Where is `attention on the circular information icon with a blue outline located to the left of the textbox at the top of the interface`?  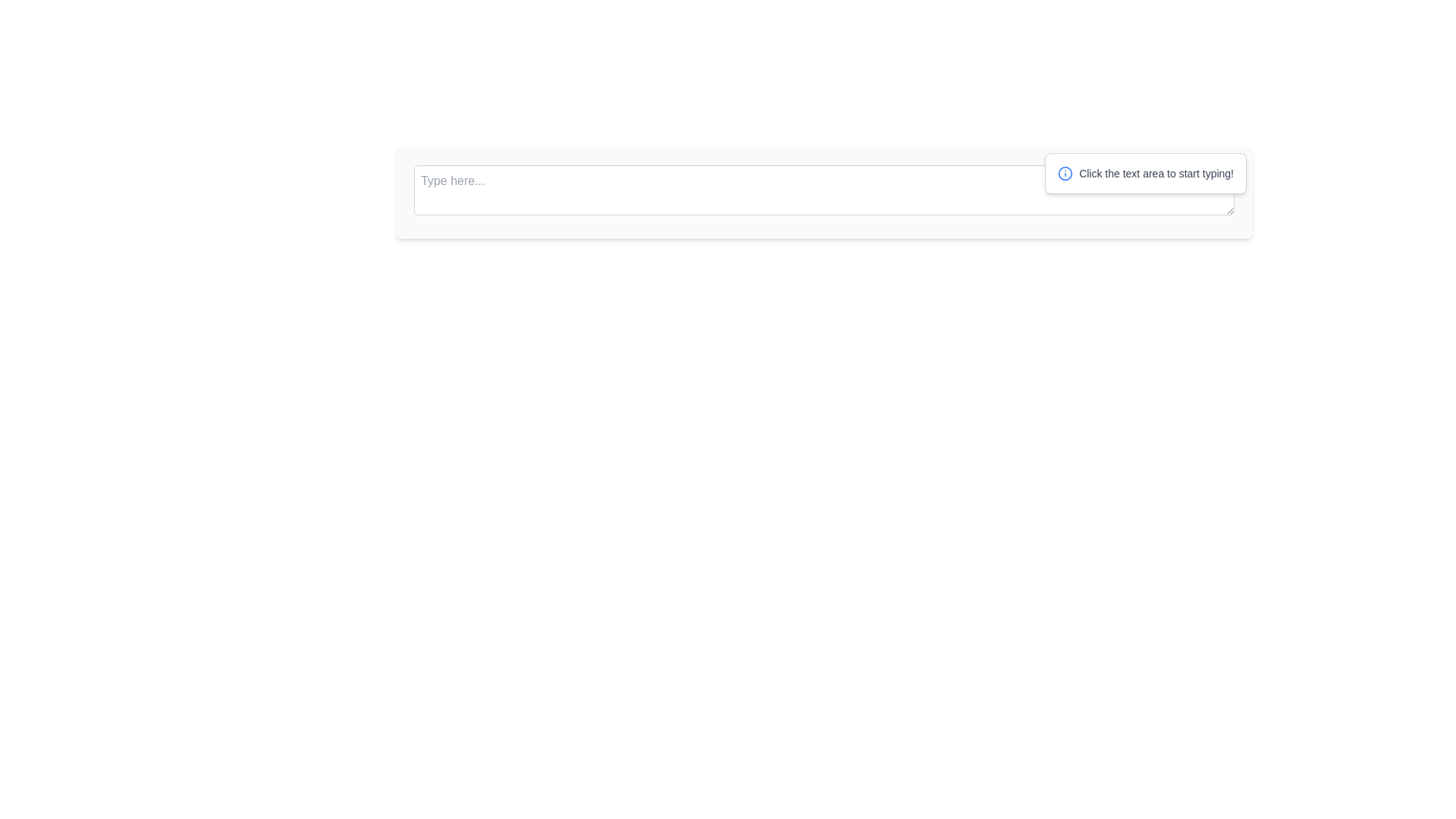
attention on the circular information icon with a blue outline located to the left of the textbox at the top of the interface is located at coordinates (1065, 172).